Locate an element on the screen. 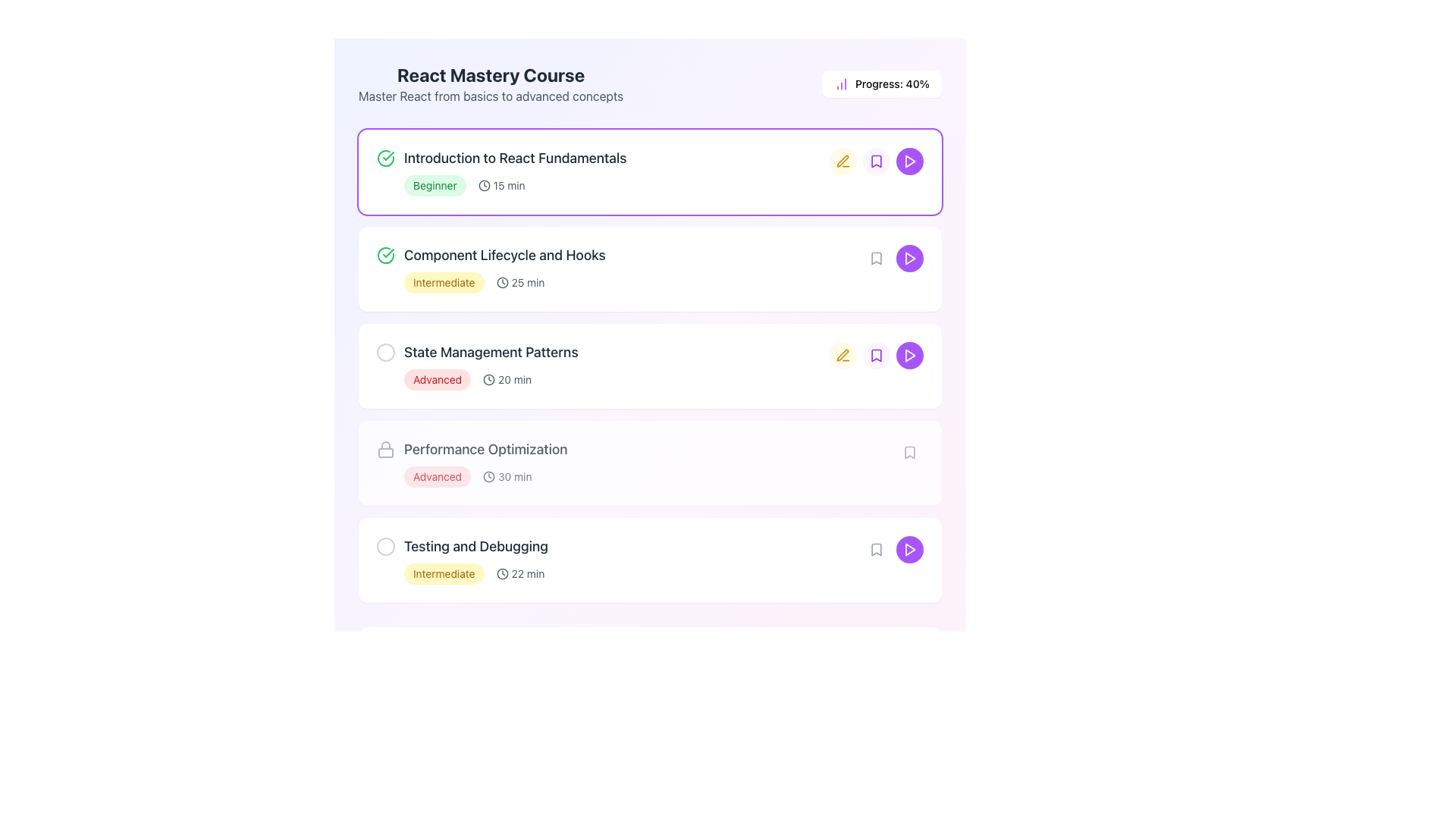 The width and height of the screenshot is (1456, 819). the label 'Advanced' with a red background and white text, which includes a clock icon and the text '30 min', located under the 'Performance Optimization' section is located at coordinates (650, 475).